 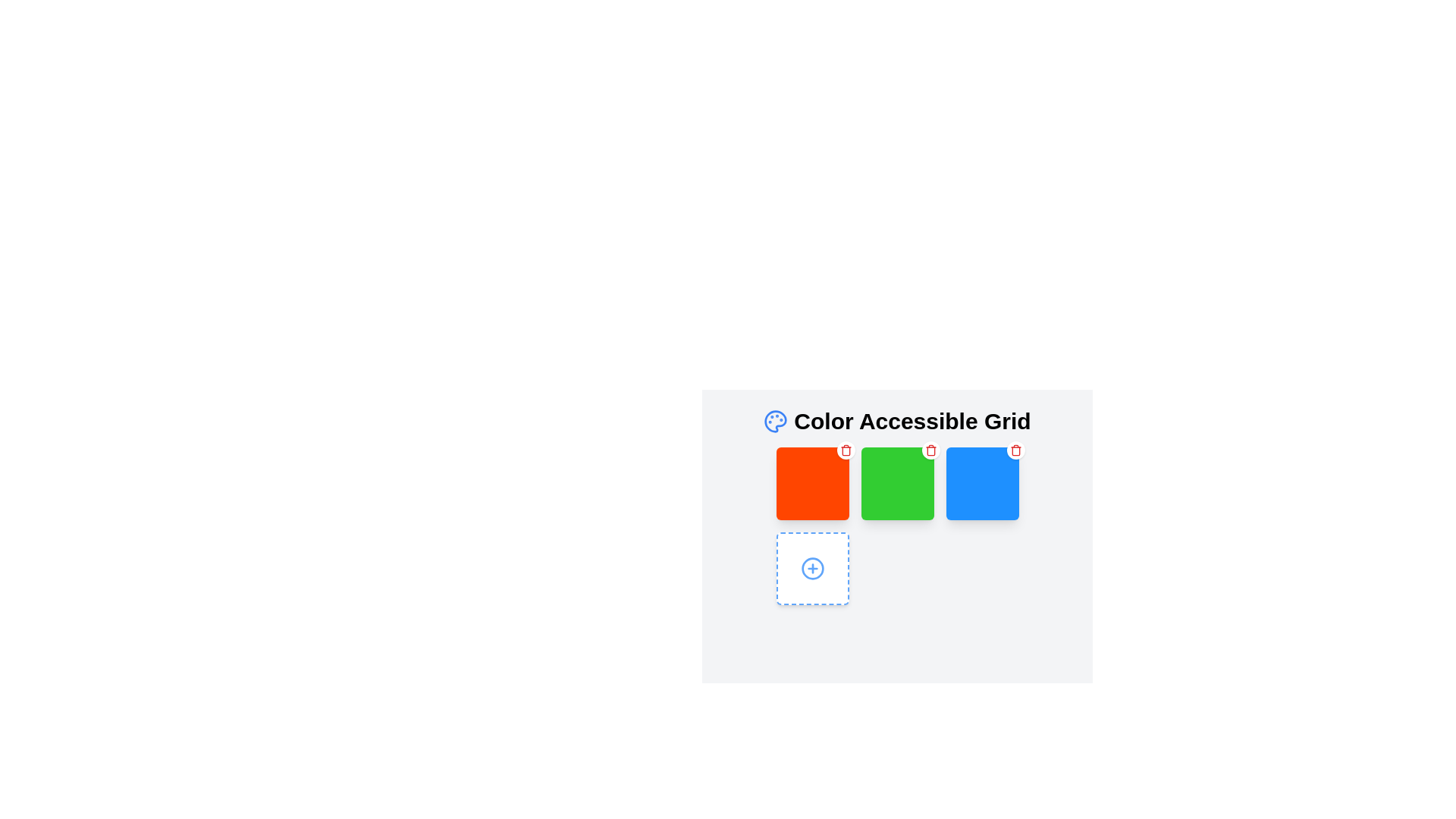 What do you see at coordinates (930, 450) in the screenshot?
I see `the bottom-left region of the trashcan icon element that signifies a delete action` at bounding box center [930, 450].